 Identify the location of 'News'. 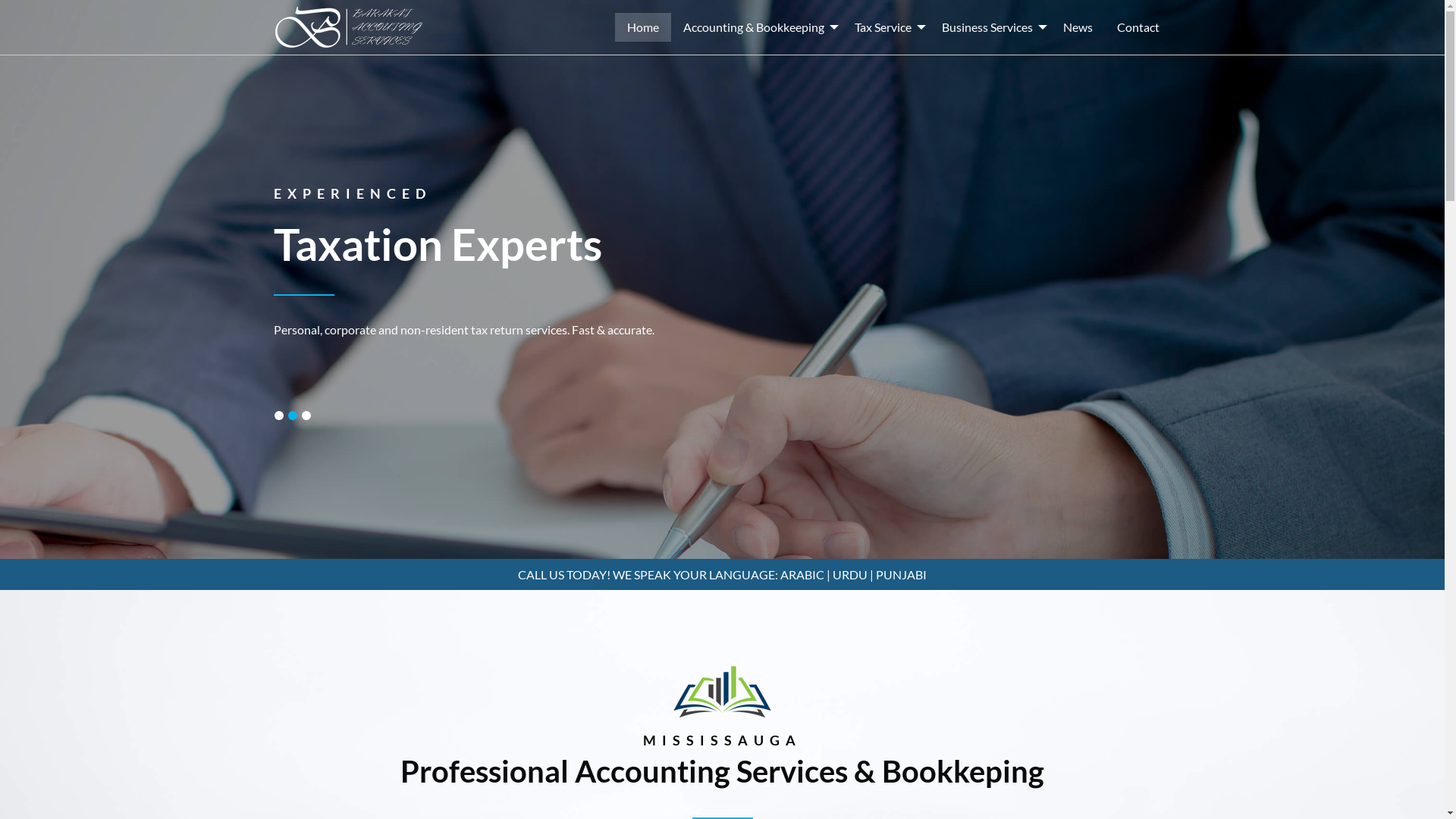
(1077, 27).